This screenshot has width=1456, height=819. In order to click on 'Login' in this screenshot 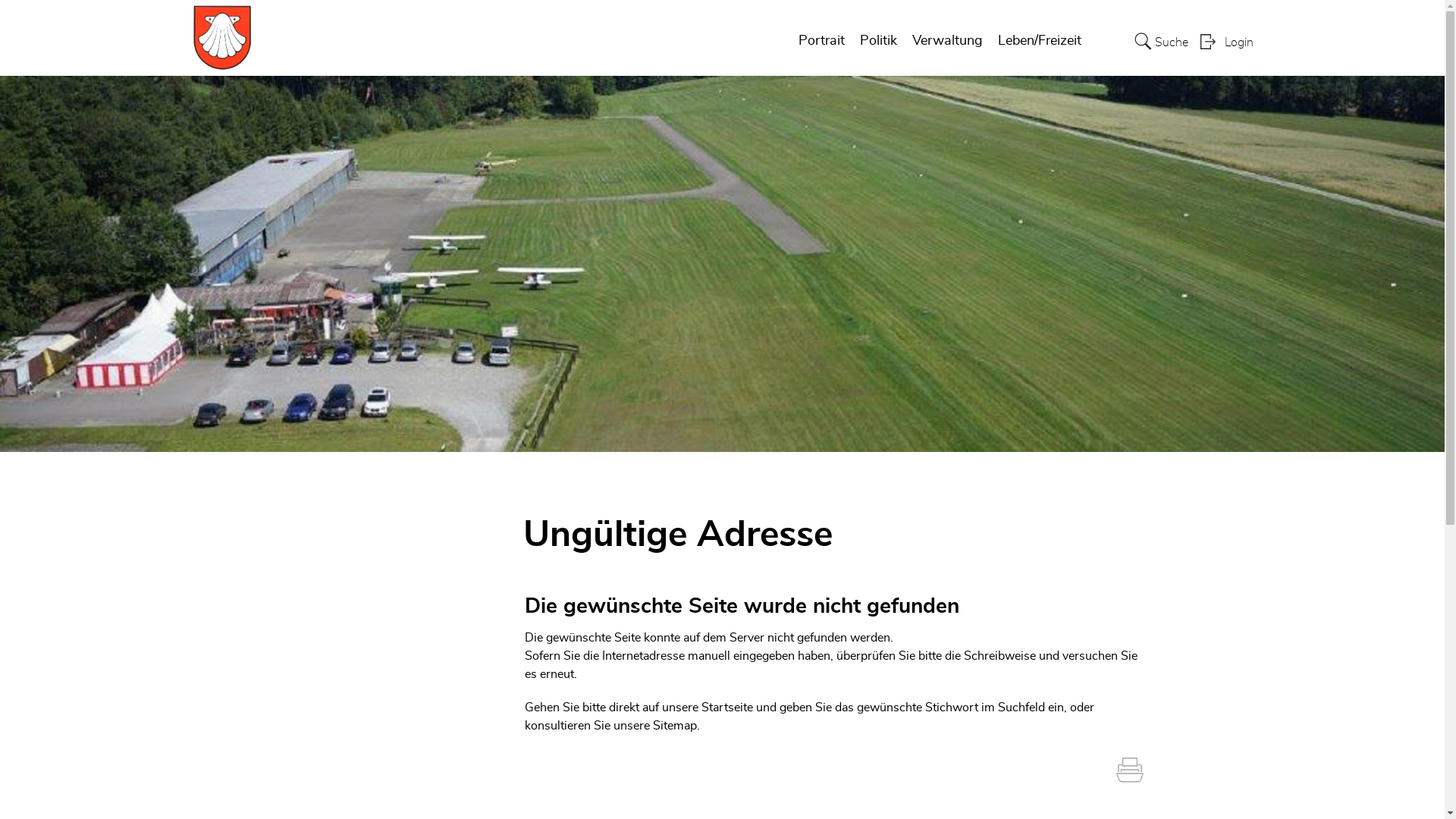, I will do `click(1199, 40)`.